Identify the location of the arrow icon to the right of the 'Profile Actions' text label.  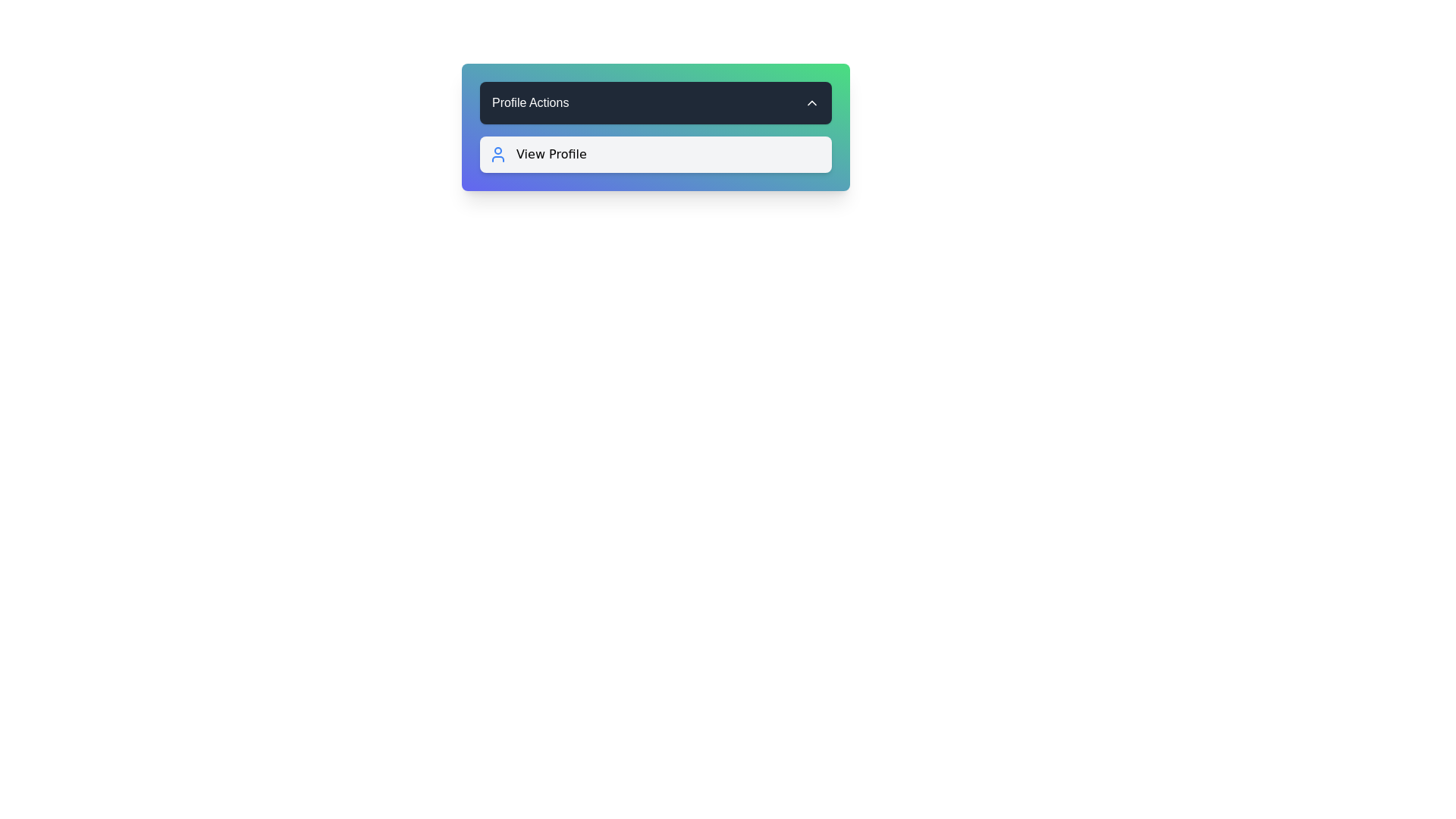
(811, 102).